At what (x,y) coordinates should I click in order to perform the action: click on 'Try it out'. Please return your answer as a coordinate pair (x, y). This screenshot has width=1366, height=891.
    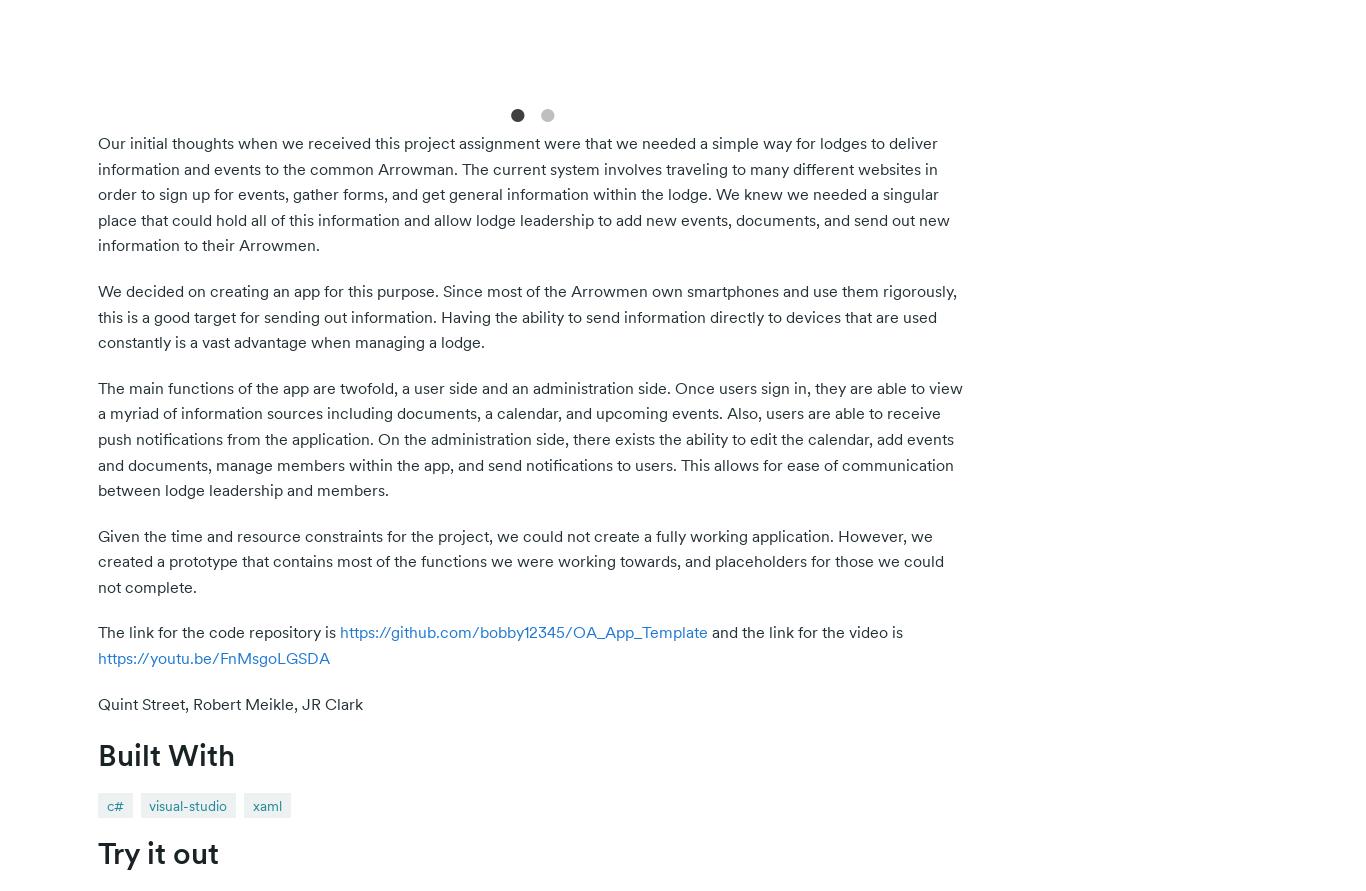
    Looking at the image, I should click on (157, 852).